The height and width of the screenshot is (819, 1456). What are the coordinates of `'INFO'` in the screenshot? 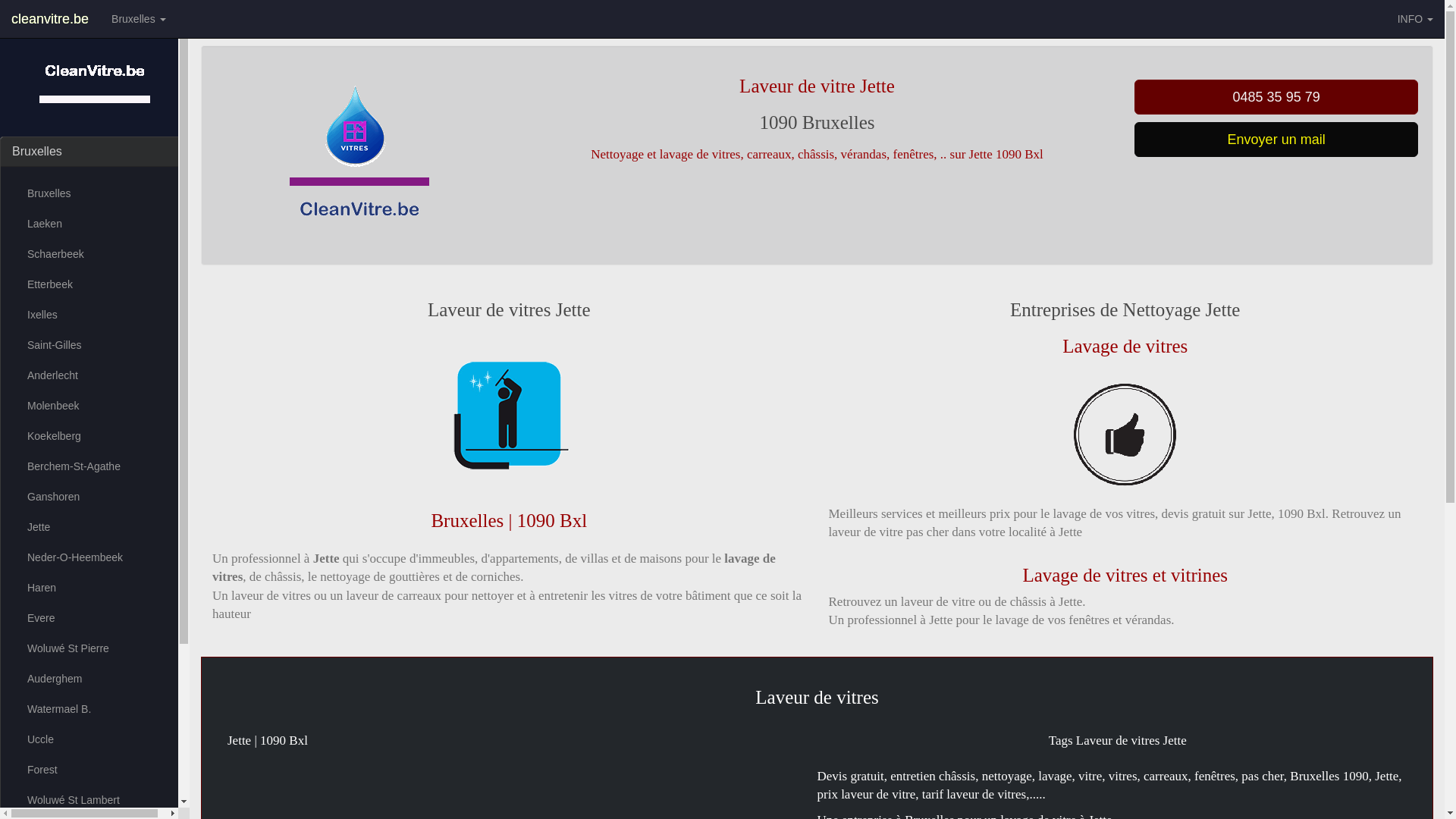 It's located at (1414, 18).